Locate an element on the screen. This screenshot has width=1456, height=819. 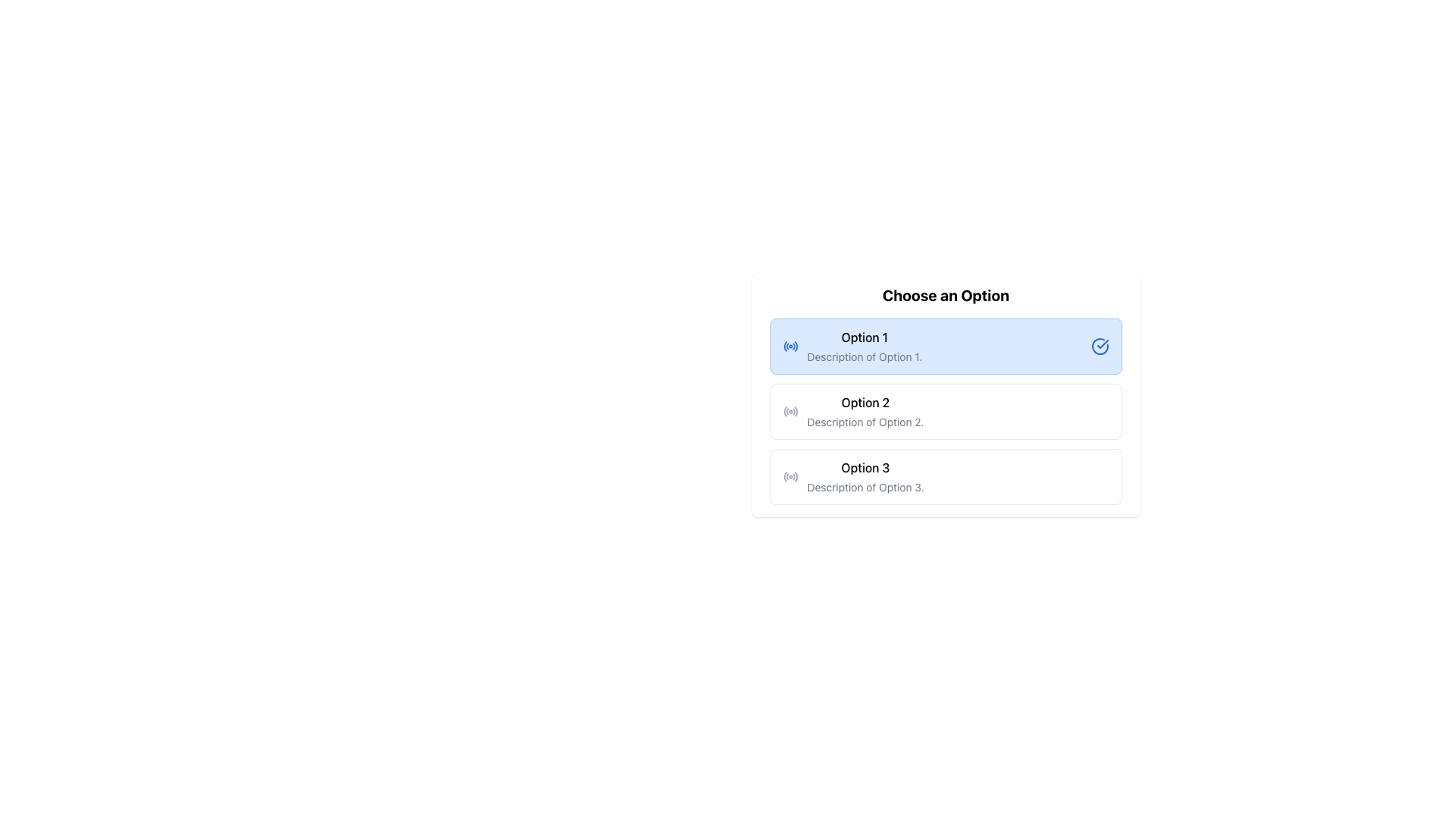
the text label reading 'Description of Option 1' which is positioned below the larger text label 'Option 1' in the option selection component is located at coordinates (864, 356).